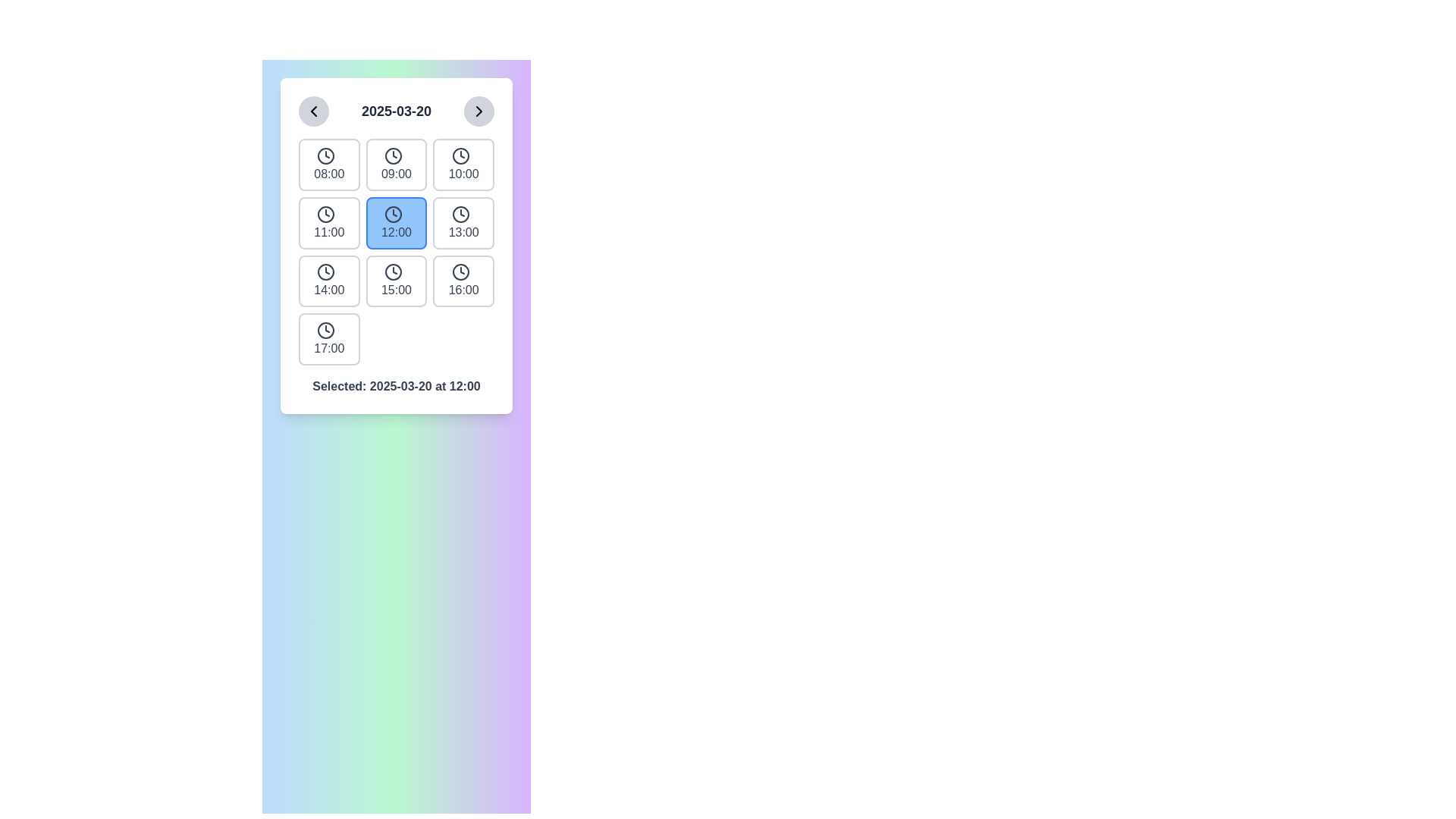 The height and width of the screenshot is (819, 1456). Describe the element at coordinates (460, 155) in the screenshot. I see `the circular boundary of the clock icon located in the top-right cell of a 3x4 grid layout for time selection` at that location.